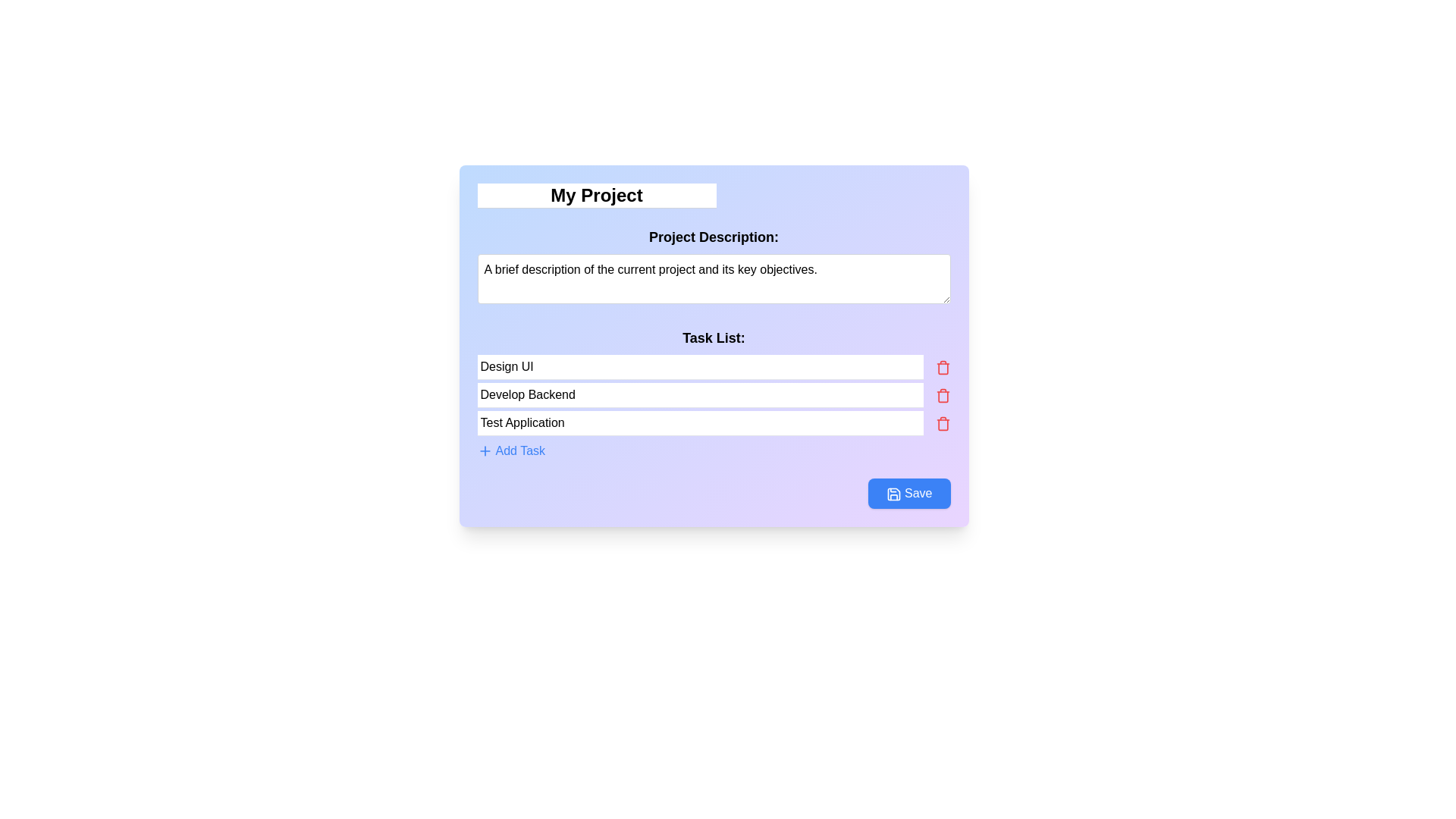  Describe the element at coordinates (894, 494) in the screenshot. I see `the small blue disk-shaped icon resembling a floppy disk, which is located to the left of the 'Save' label within the button at the bottom-right corner of the interface` at that location.